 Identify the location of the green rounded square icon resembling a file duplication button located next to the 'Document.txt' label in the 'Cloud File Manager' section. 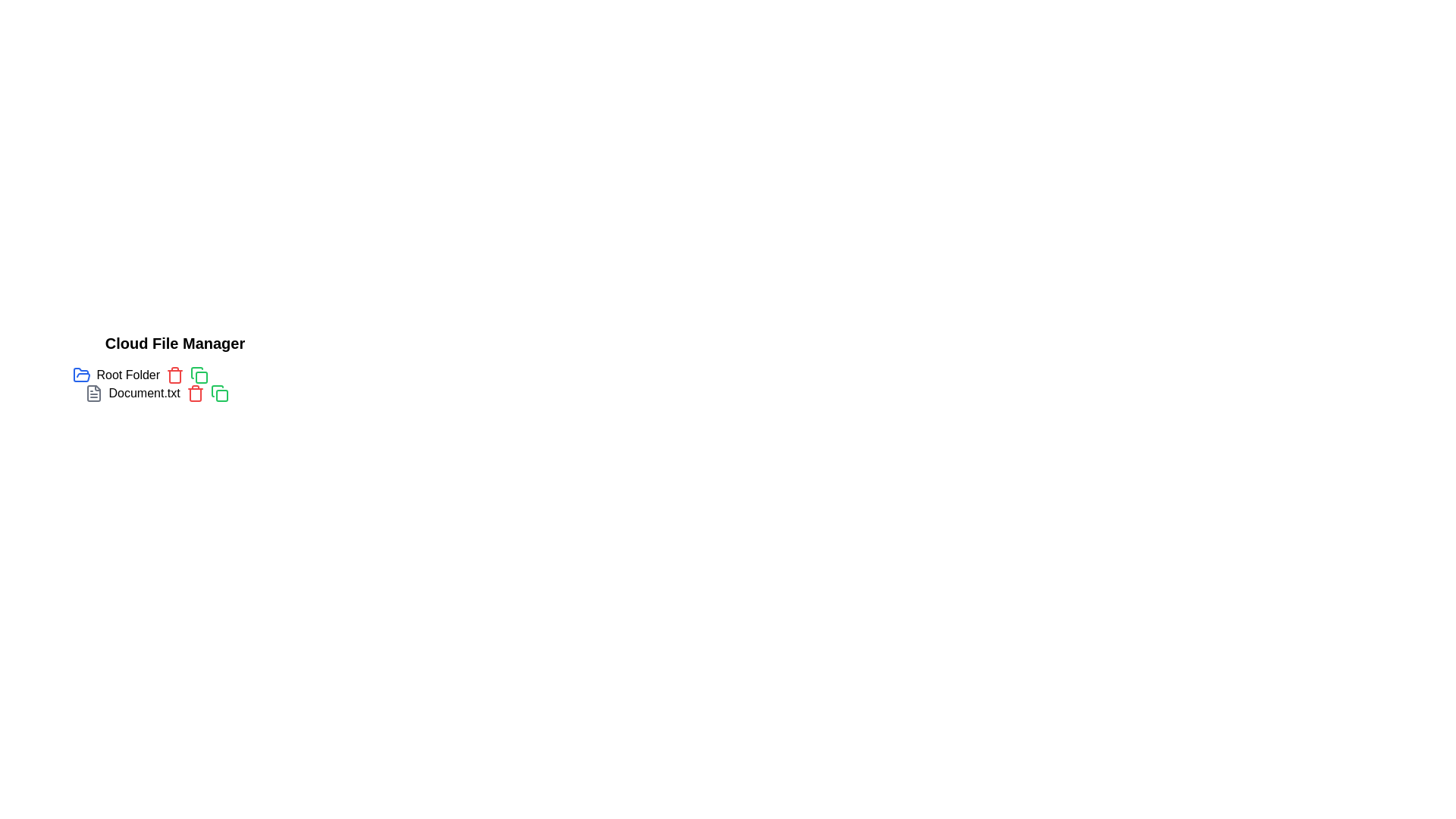
(221, 394).